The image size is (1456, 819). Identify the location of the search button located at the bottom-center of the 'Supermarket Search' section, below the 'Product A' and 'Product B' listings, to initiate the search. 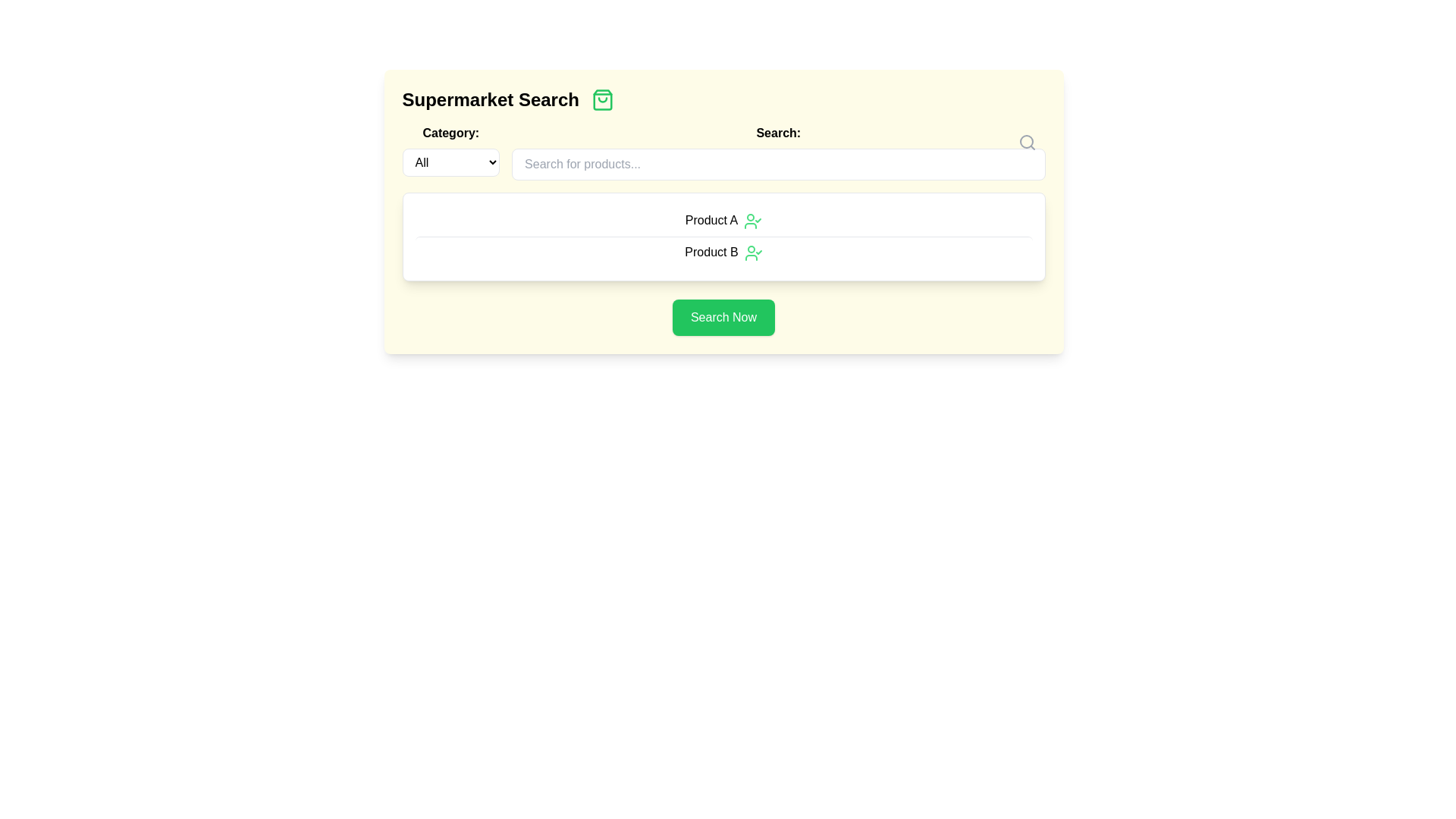
(723, 316).